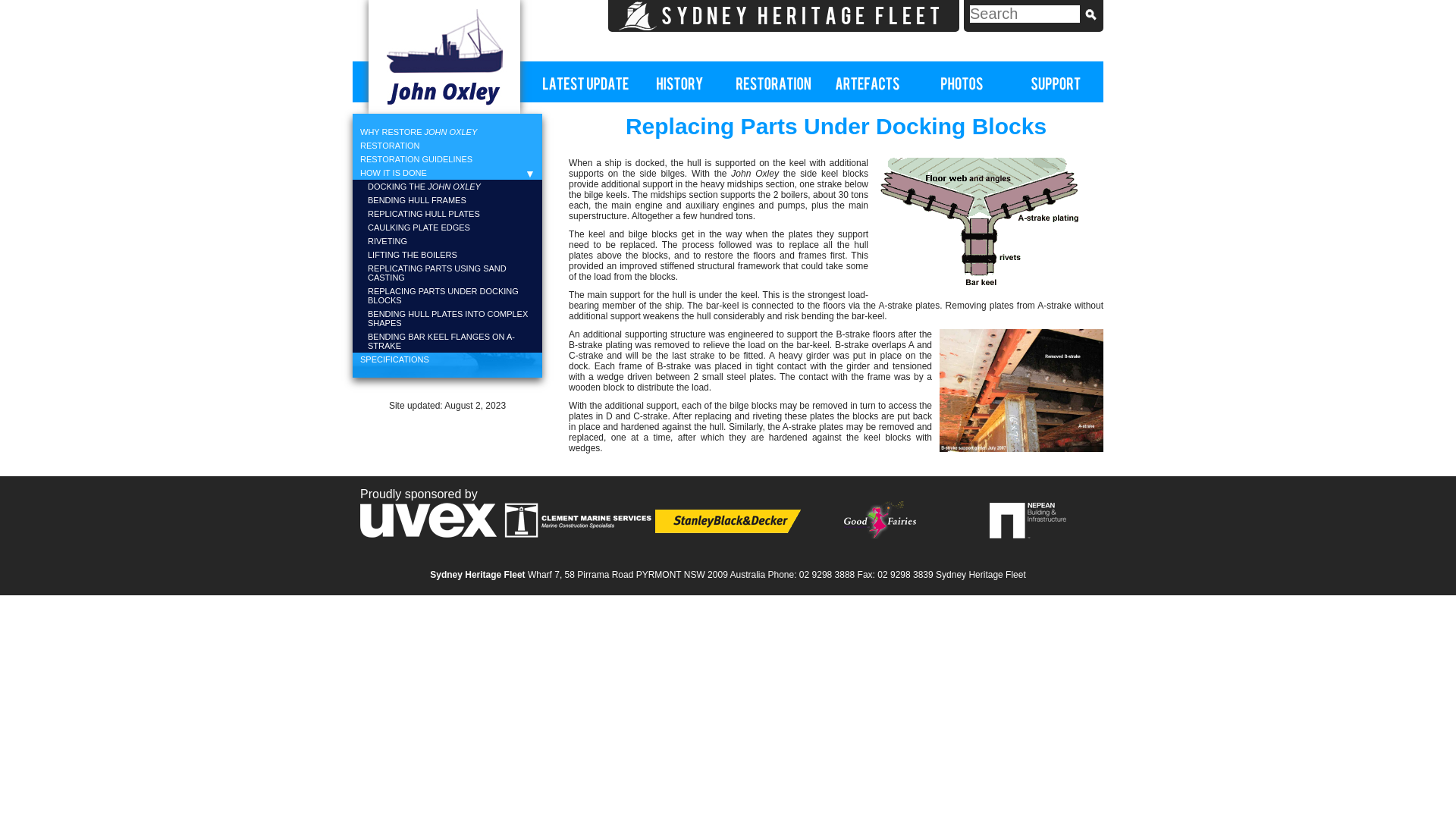 This screenshot has width=1456, height=819. What do you see at coordinates (447, 213) in the screenshot?
I see `'REPLICATING HULL PLATES'` at bounding box center [447, 213].